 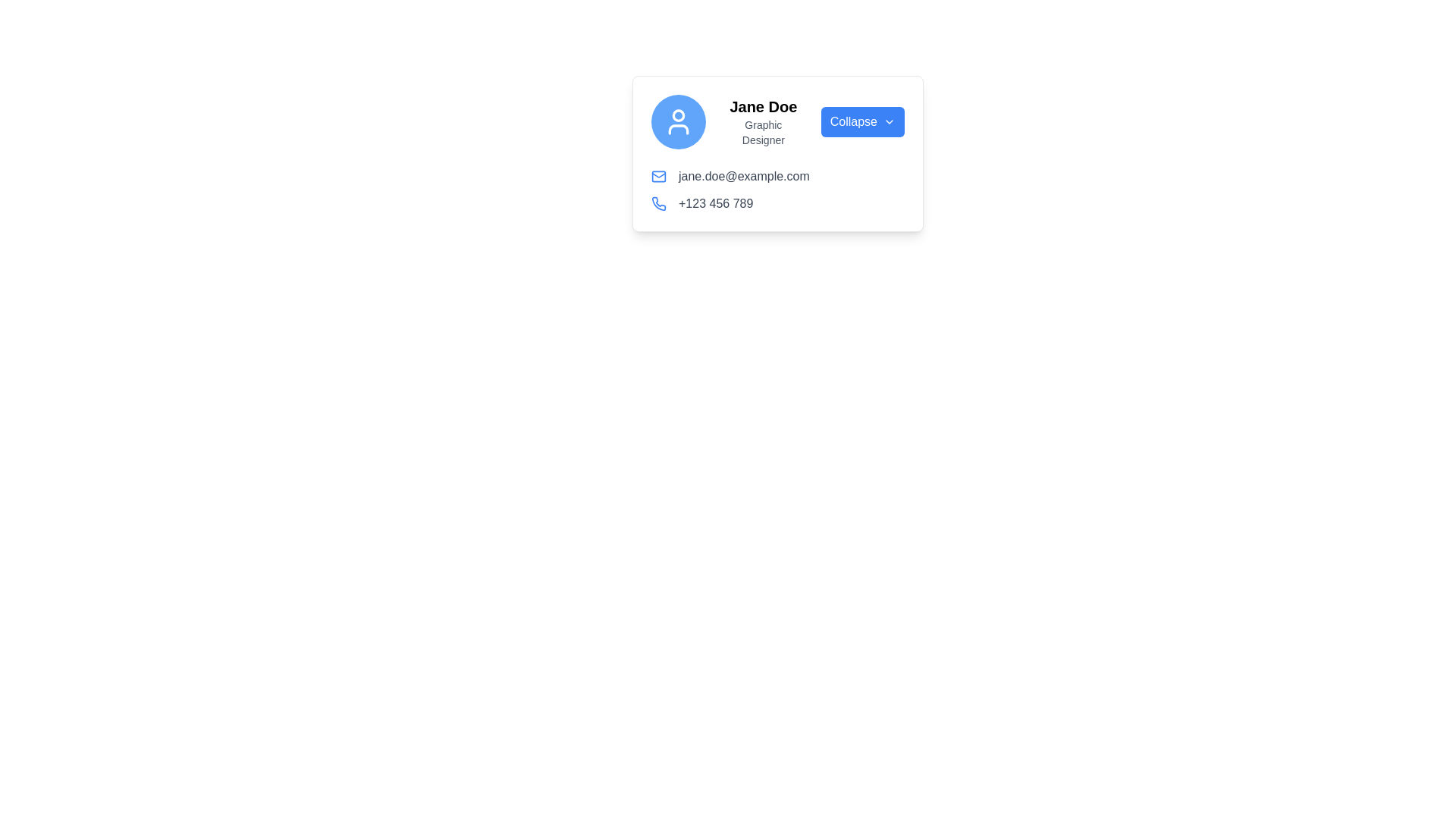 What do you see at coordinates (744, 175) in the screenshot?
I see `the email address displayed under the user's name` at bounding box center [744, 175].